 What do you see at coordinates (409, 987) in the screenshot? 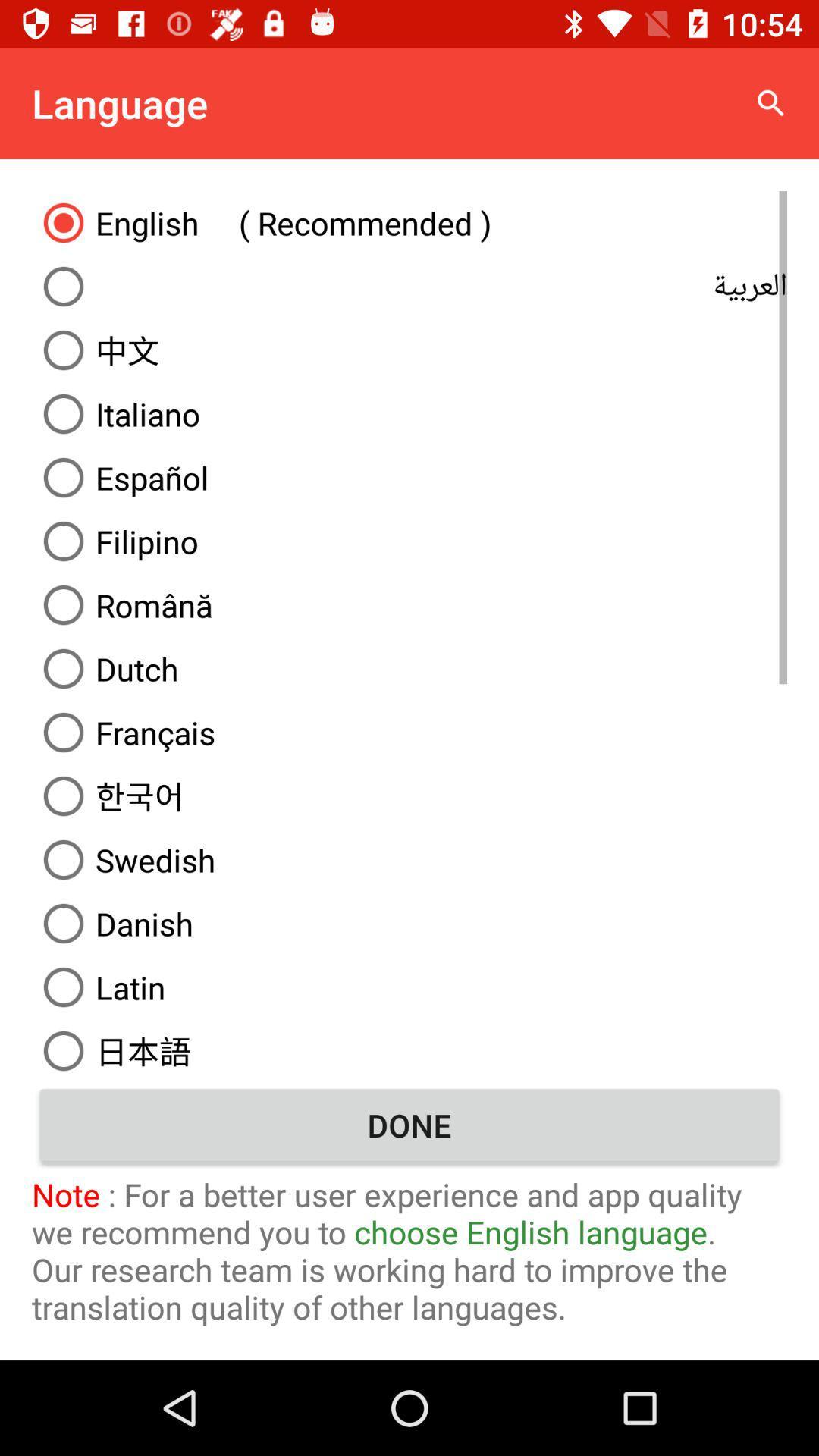
I see `the latin icon` at bounding box center [409, 987].